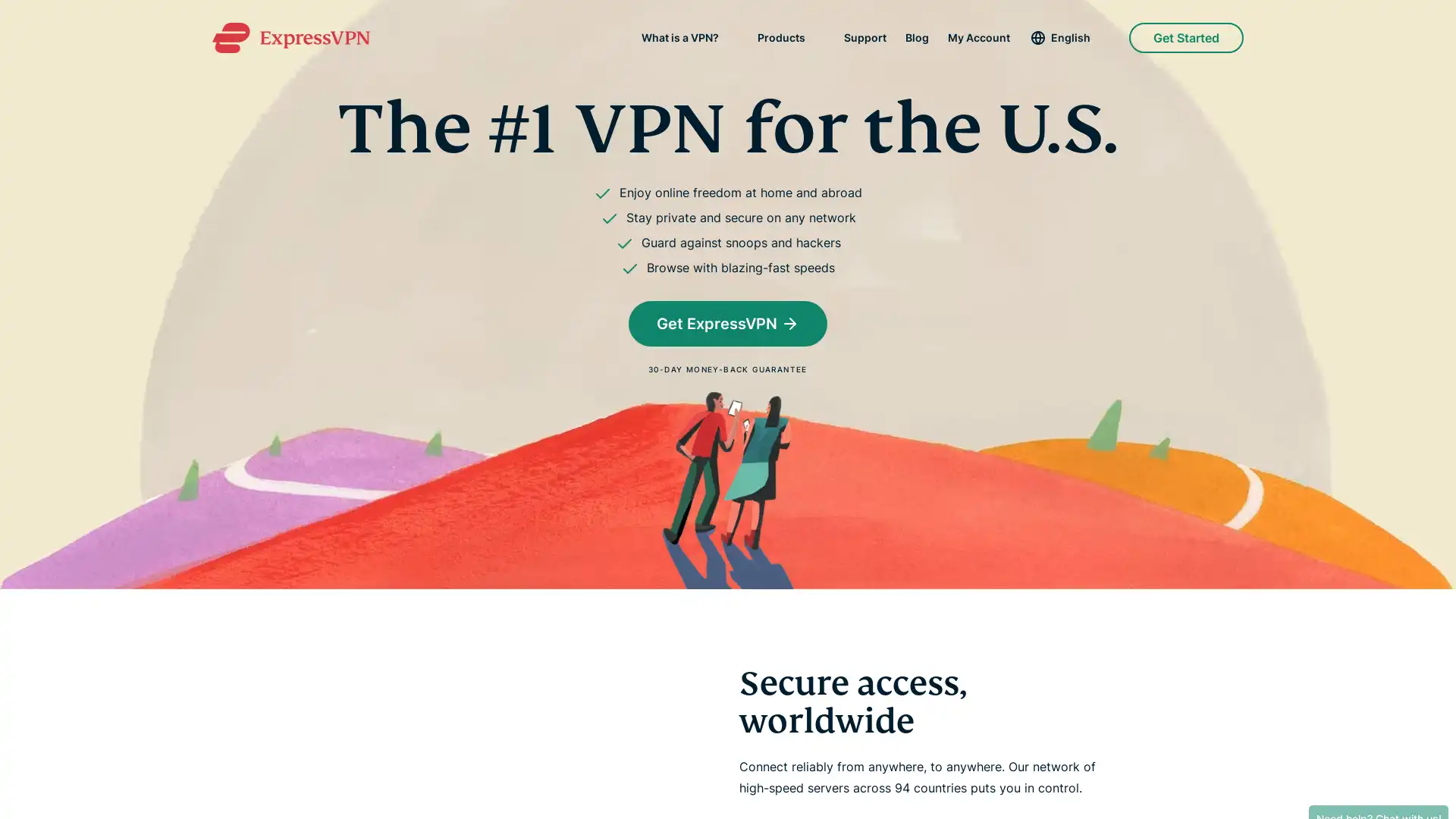 The height and width of the screenshot is (819, 1456). Describe the element at coordinates (1068, 37) in the screenshot. I see `Language` at that location.